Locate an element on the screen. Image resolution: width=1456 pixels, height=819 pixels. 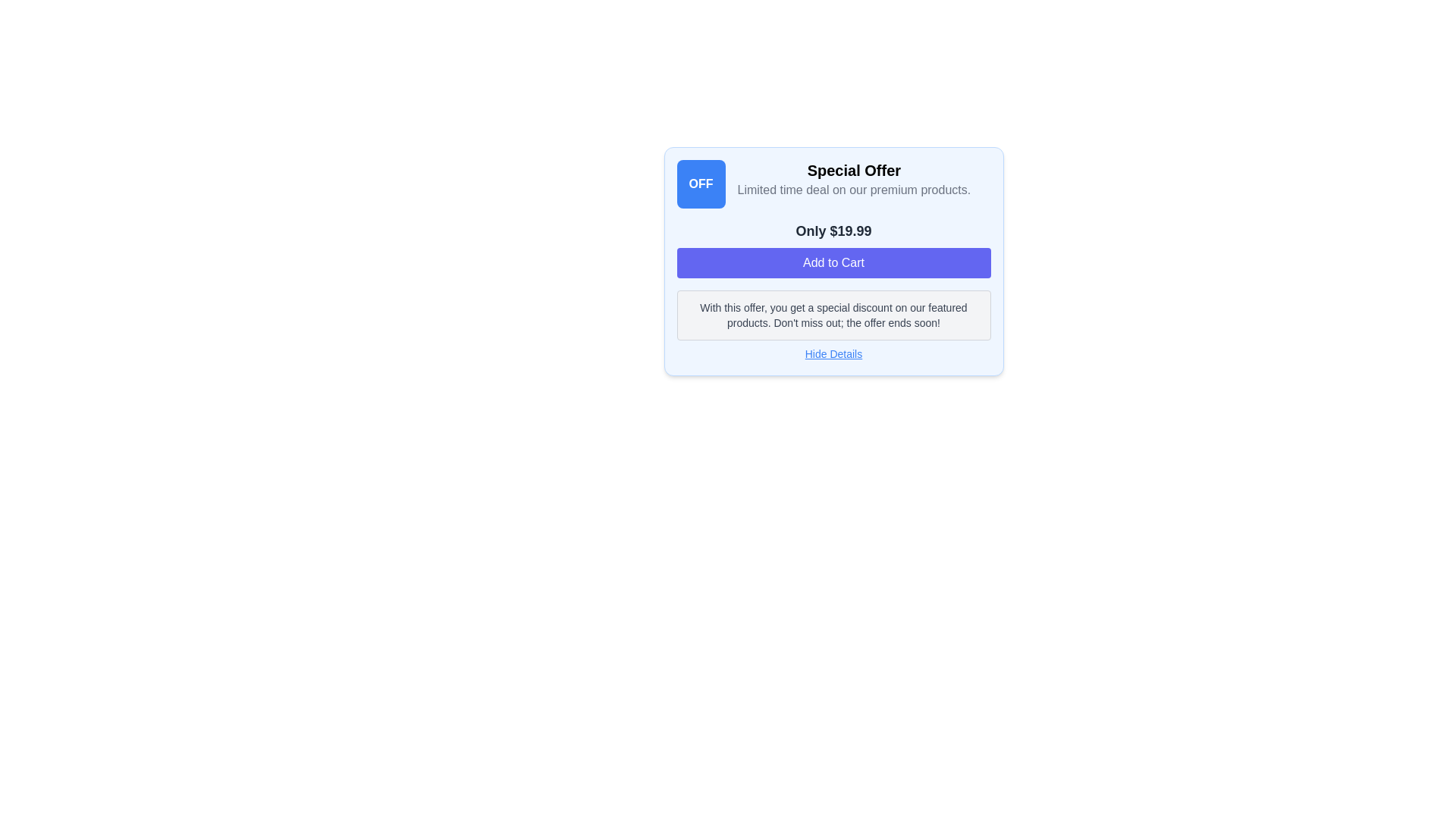
the rounded text content block styled with a light gray background and gray border, located before the 'Hide Details' link within the primary promotional box is located at coordinates (833, 315).